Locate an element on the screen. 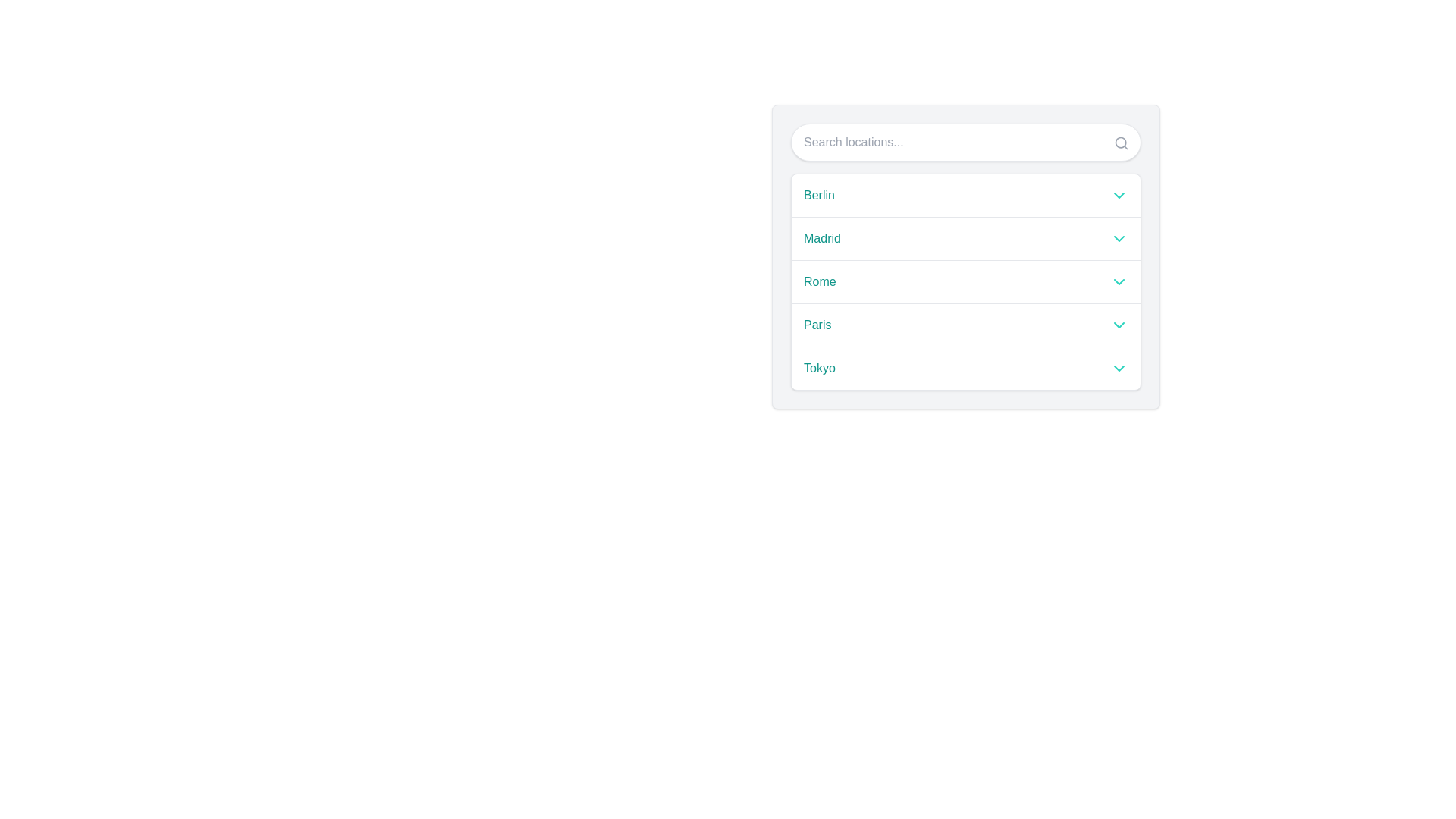  the teal downward-pointing chevron icon next to the text 'Berlin' in the first row of the vertically stacked list is located at coordinates (1119, 195).